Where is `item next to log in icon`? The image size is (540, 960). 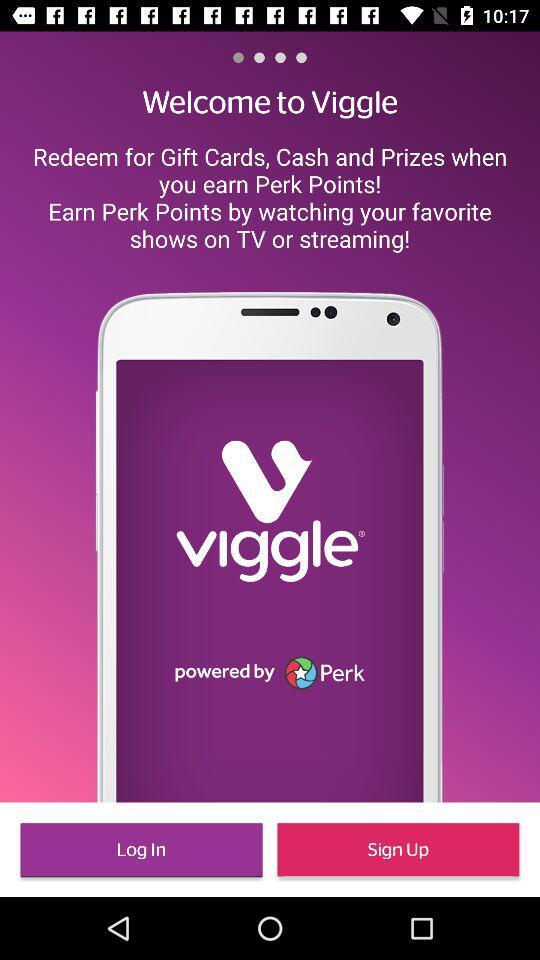
item next to log in icon is located at coordinates (398, 848).